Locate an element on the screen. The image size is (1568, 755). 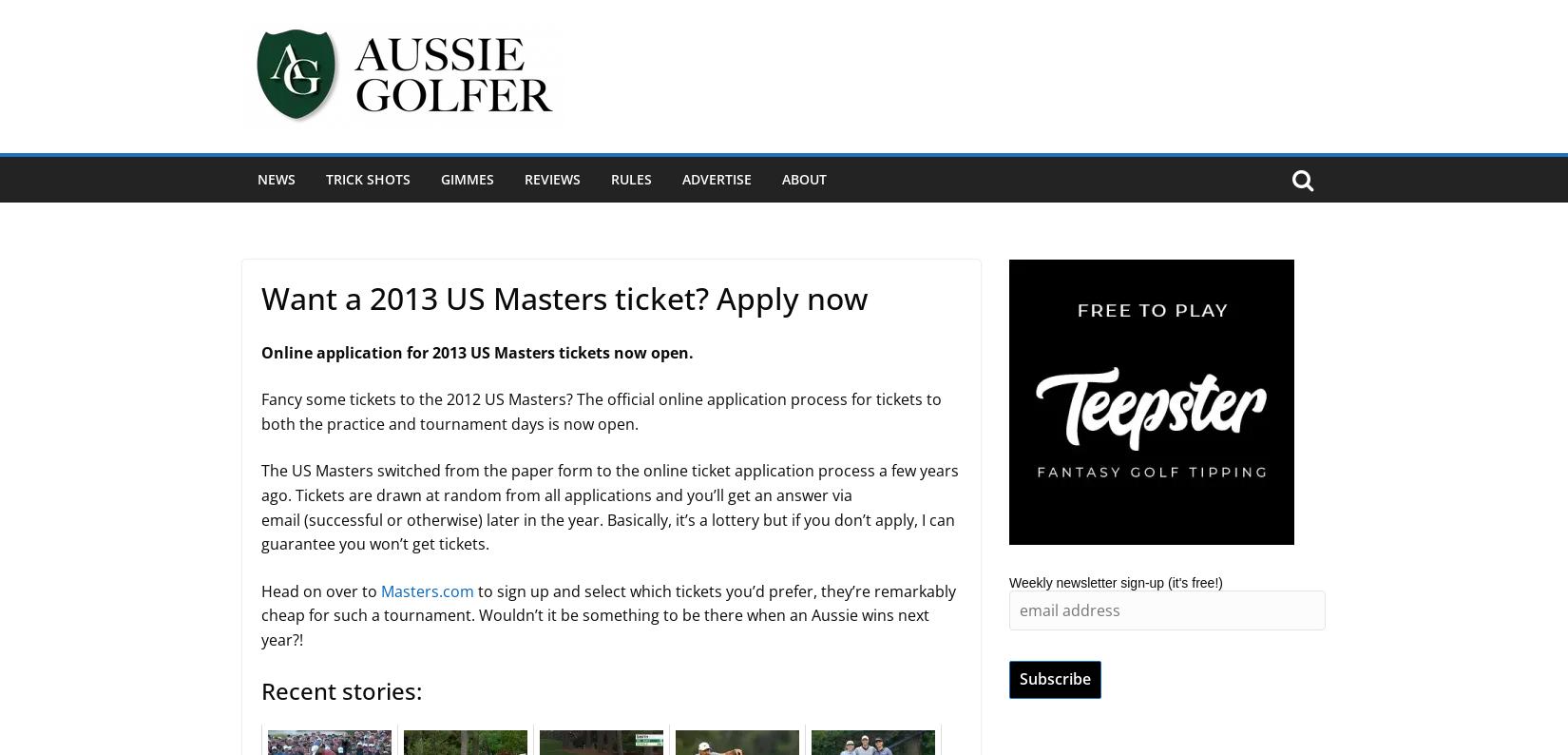
'Trick Shots' is located at coordinates (368, 178).